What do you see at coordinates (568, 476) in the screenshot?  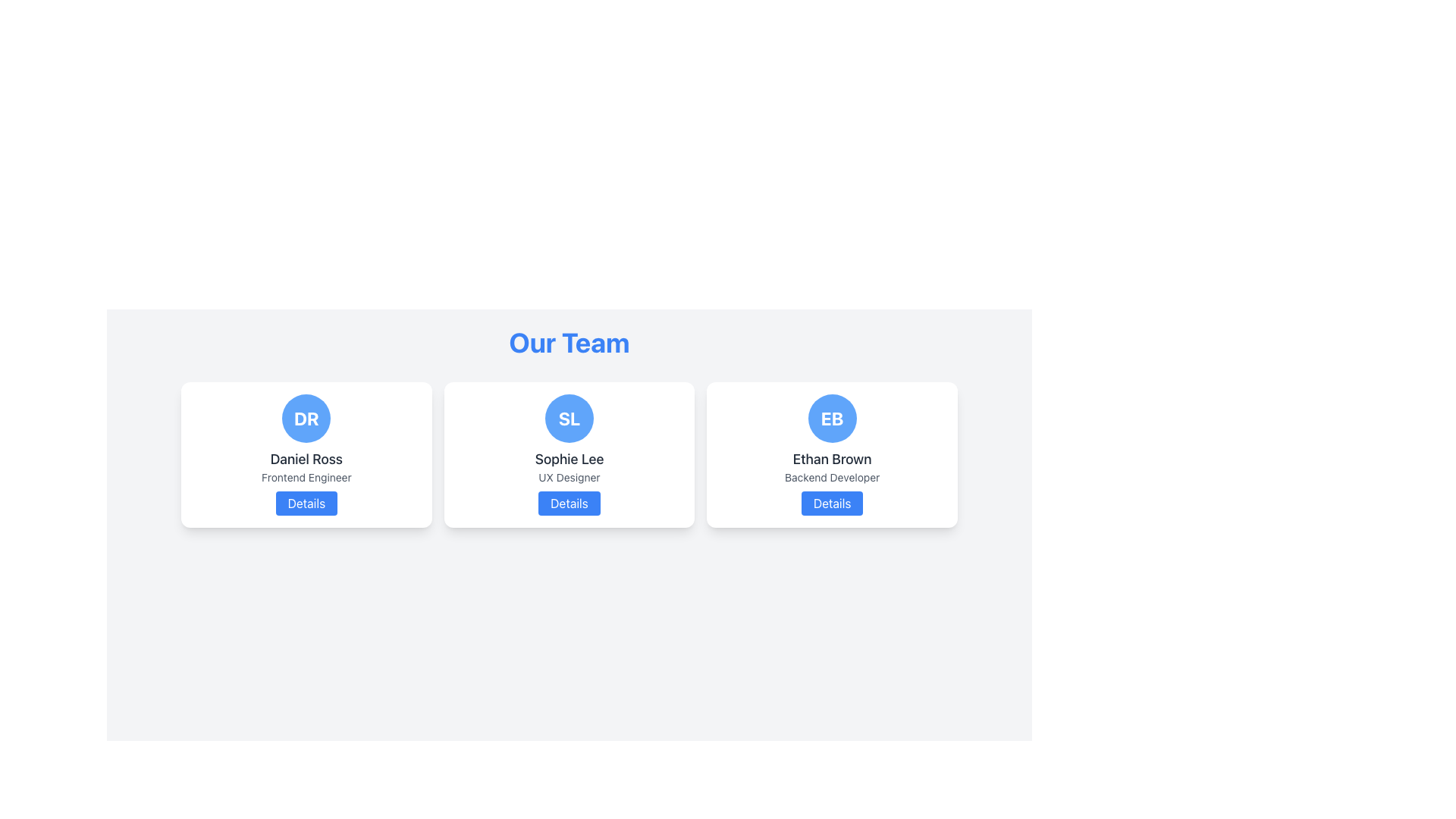 I see `the text label displaying 'UX Designer' in gray color, which is positioned below the 'Sophie Lee' header and above the 'Details' button` at bounding box center [568, 476].